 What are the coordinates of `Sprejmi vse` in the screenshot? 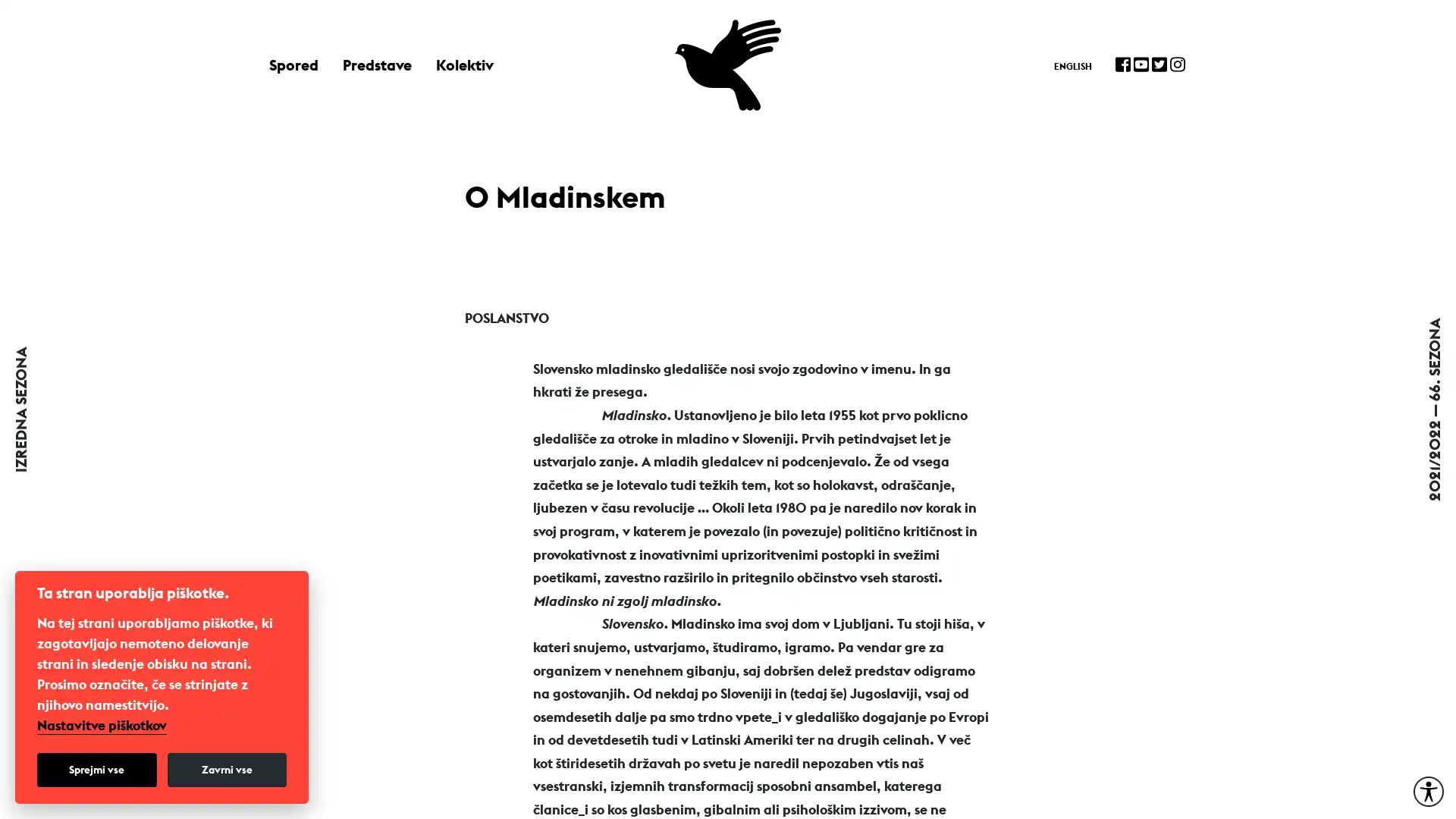 It's located at (95, 769).